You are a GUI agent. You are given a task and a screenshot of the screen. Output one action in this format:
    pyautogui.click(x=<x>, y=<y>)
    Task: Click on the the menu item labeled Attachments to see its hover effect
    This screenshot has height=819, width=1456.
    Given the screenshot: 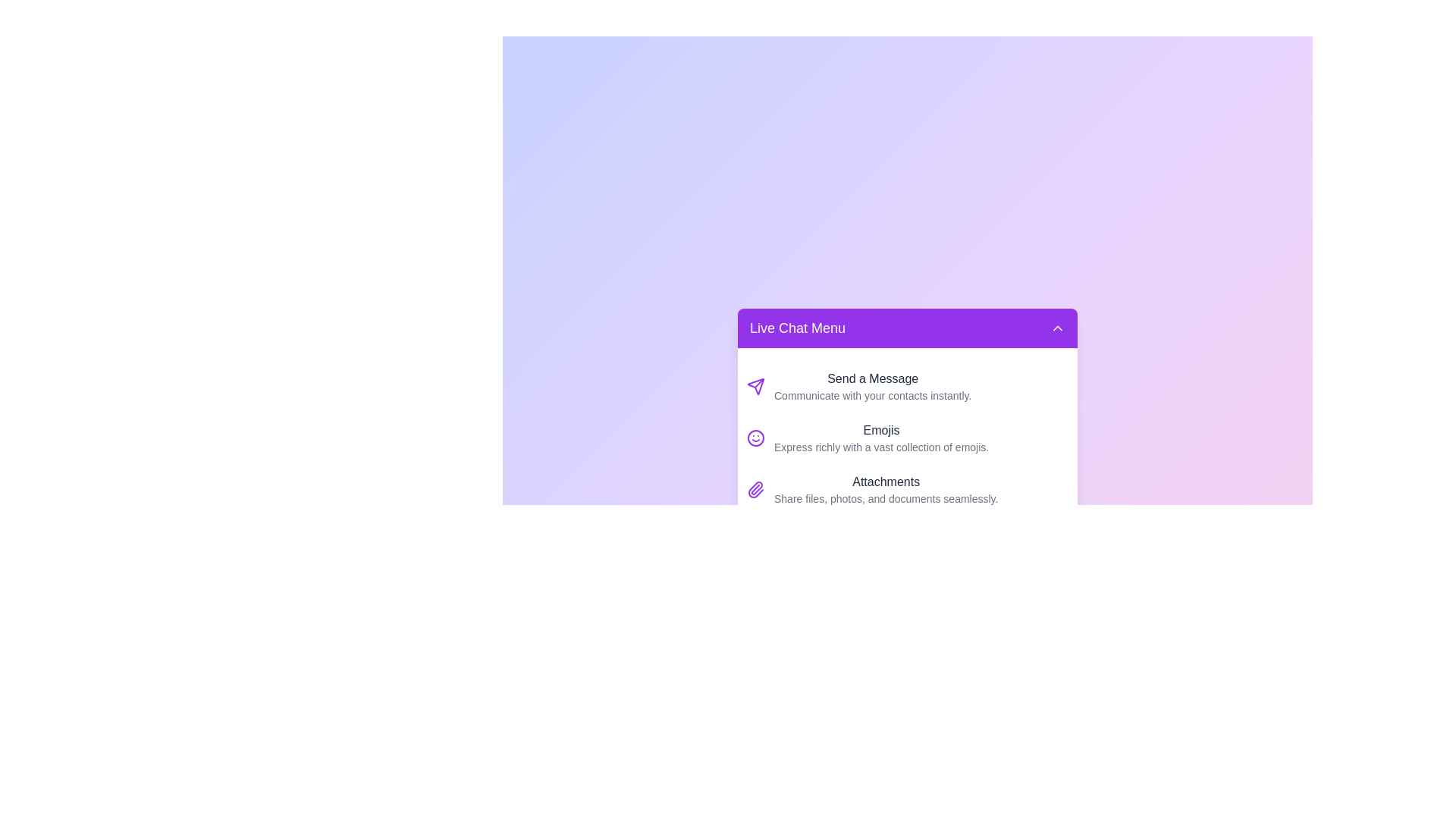 What is the action you would take?
    pyautogui.click(x=907, y=489)
    